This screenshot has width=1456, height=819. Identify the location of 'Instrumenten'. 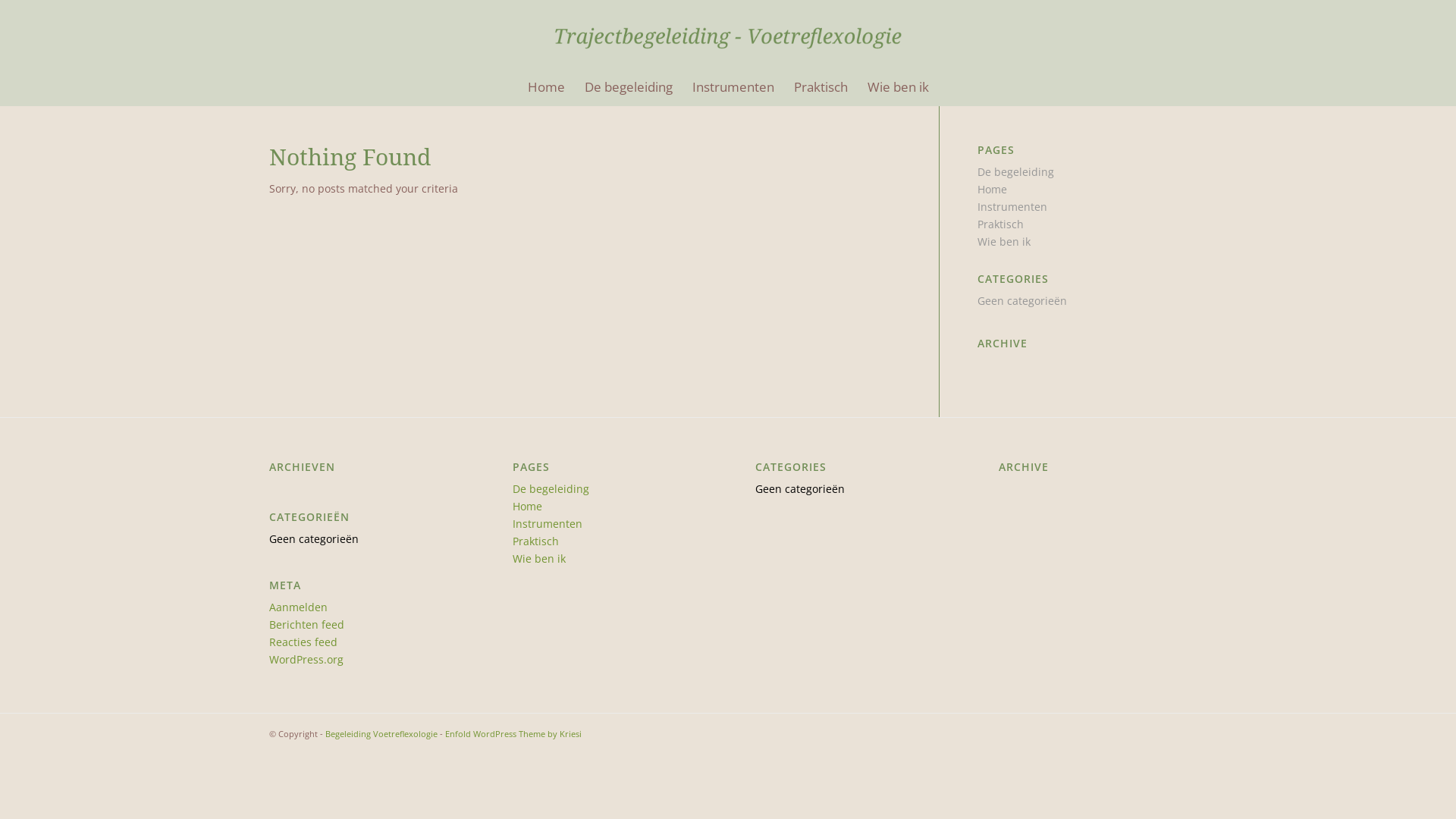
(977, 206).